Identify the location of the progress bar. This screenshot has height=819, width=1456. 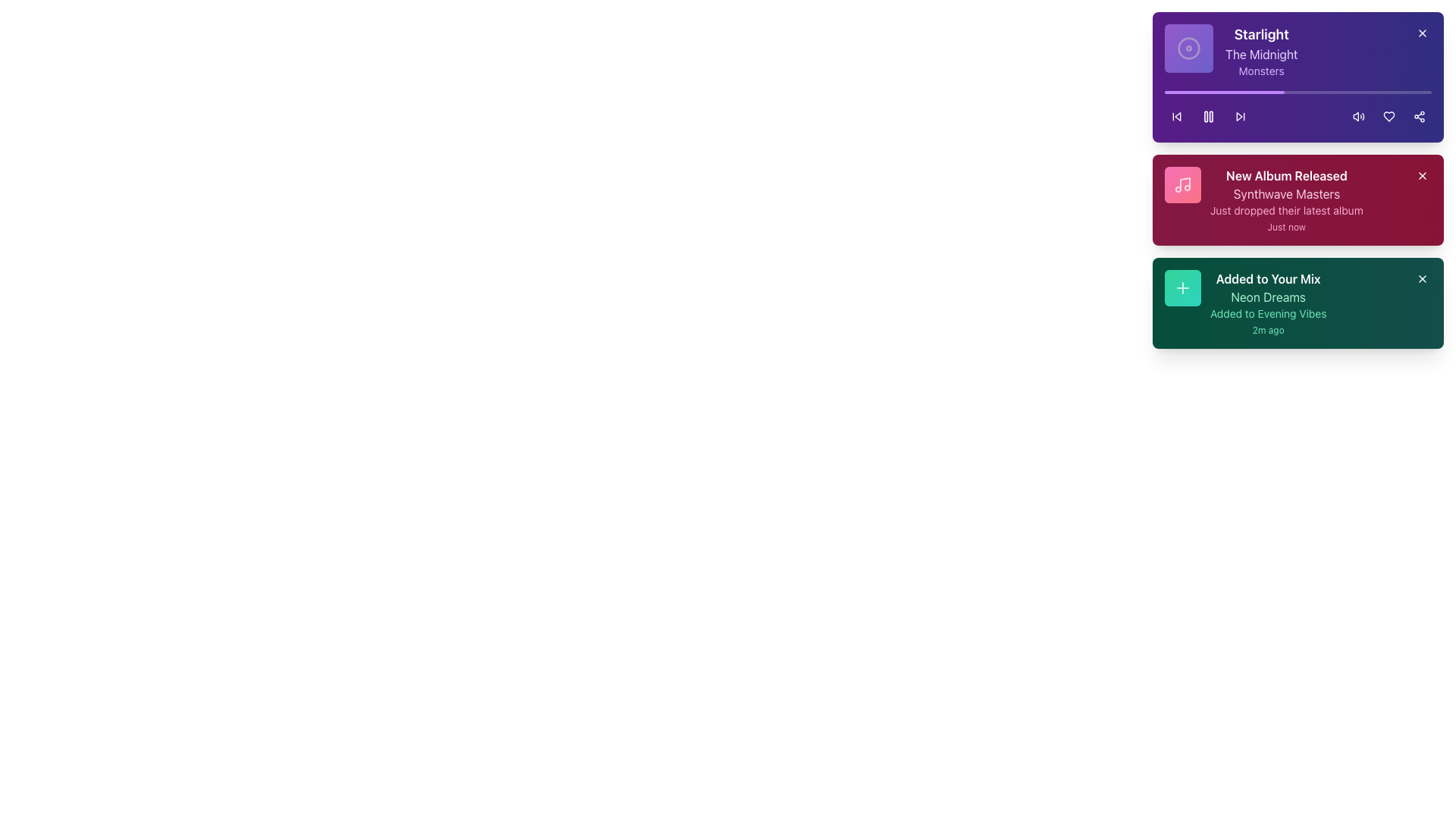
(1260, 93).